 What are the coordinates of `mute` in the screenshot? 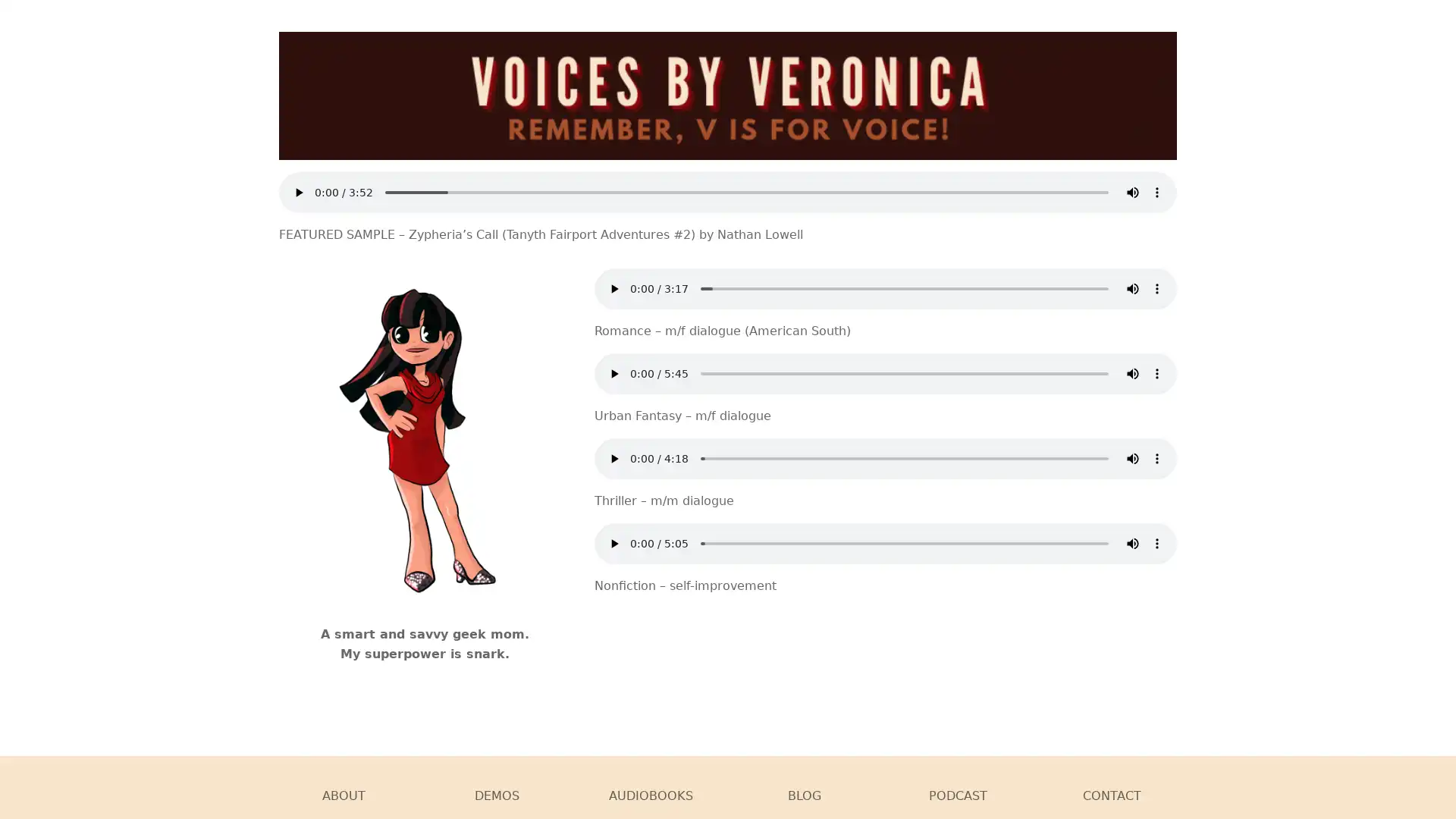 It's located at (1132, 192).